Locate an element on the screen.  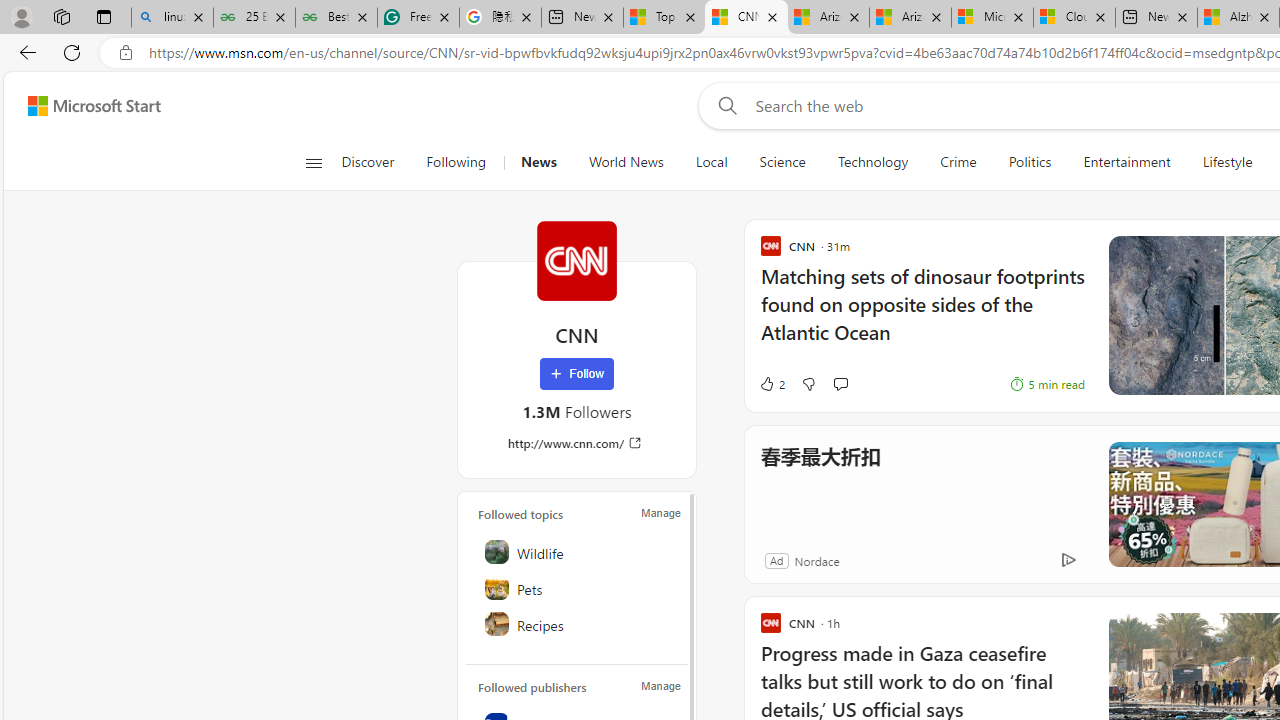
'Pets' is located at coordinates (577, 586).